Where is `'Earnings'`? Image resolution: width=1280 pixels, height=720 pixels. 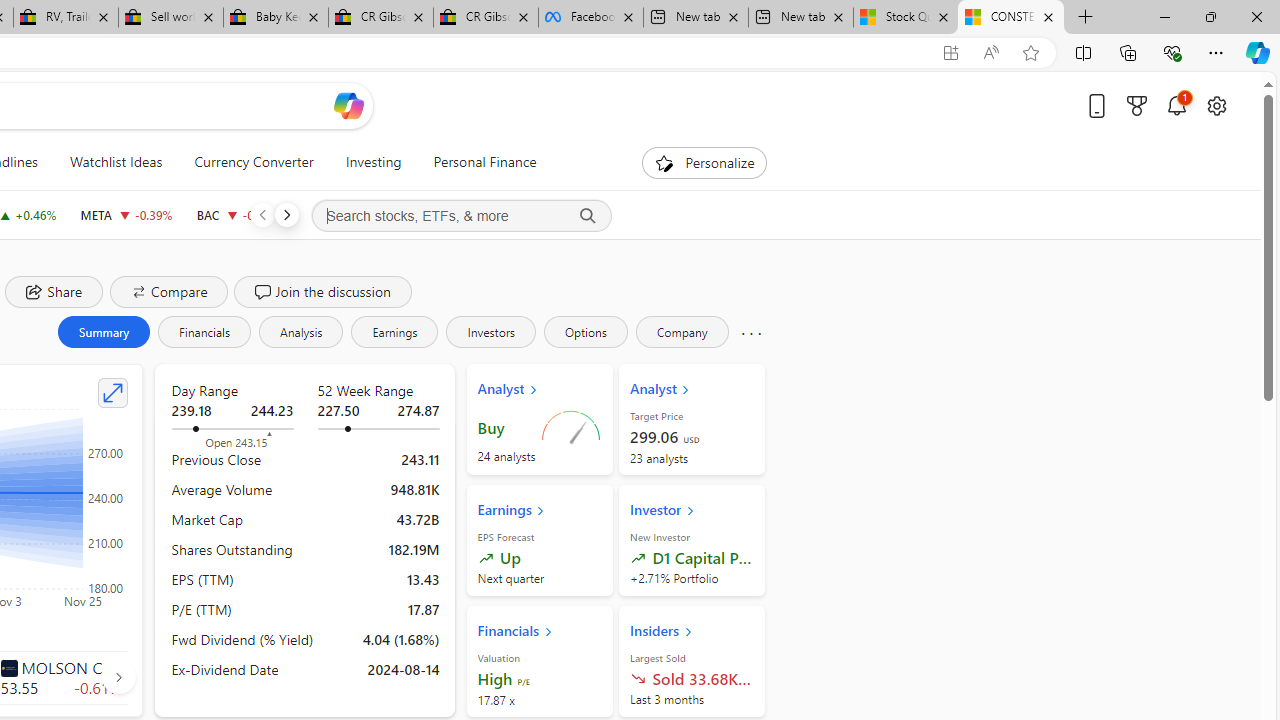
'Earnings' is located at coordinates (394, 330).